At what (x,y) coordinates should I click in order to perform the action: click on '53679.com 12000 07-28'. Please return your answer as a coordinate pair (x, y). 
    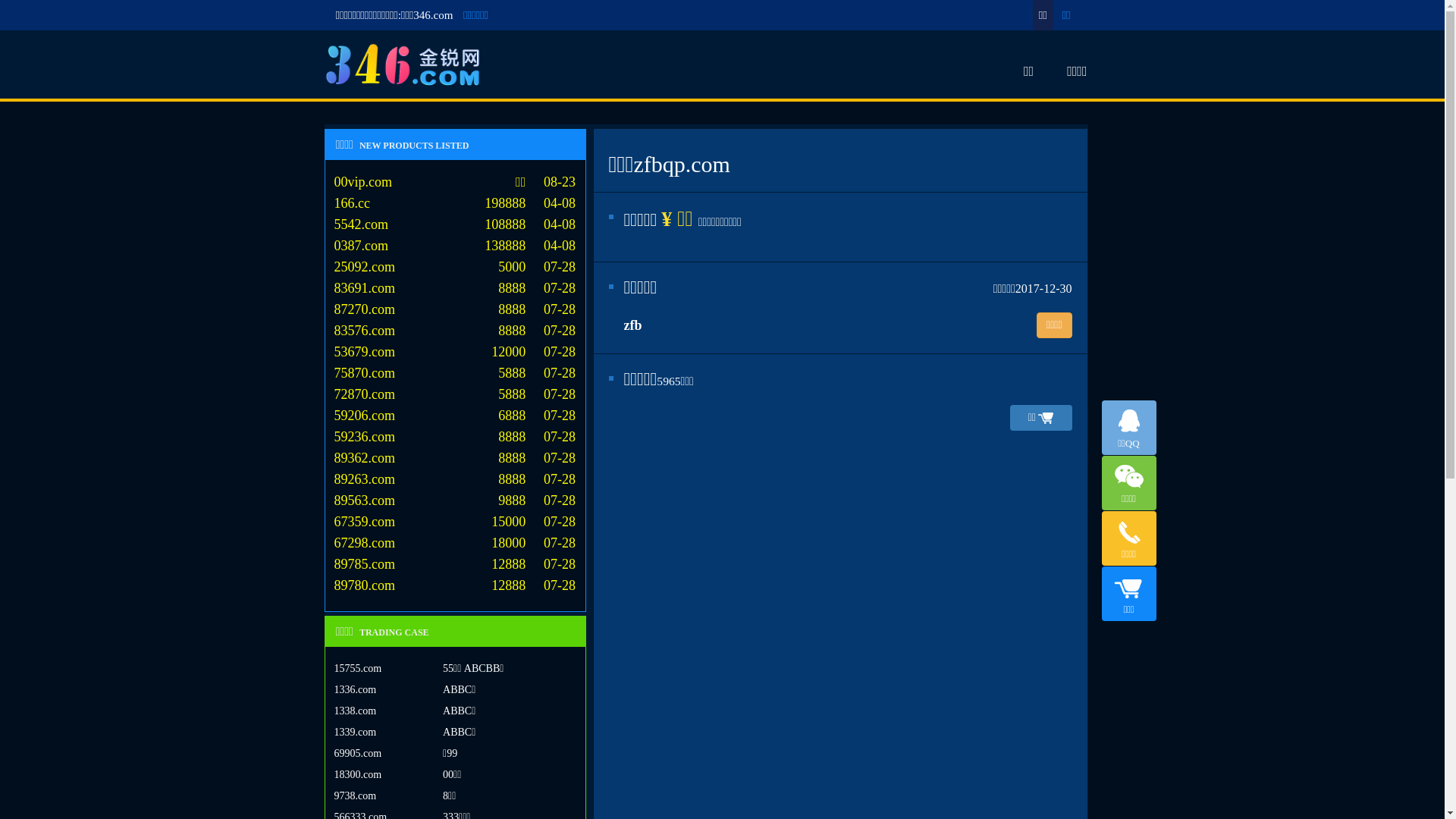
    Looking at the image, I should click on (453, 357).